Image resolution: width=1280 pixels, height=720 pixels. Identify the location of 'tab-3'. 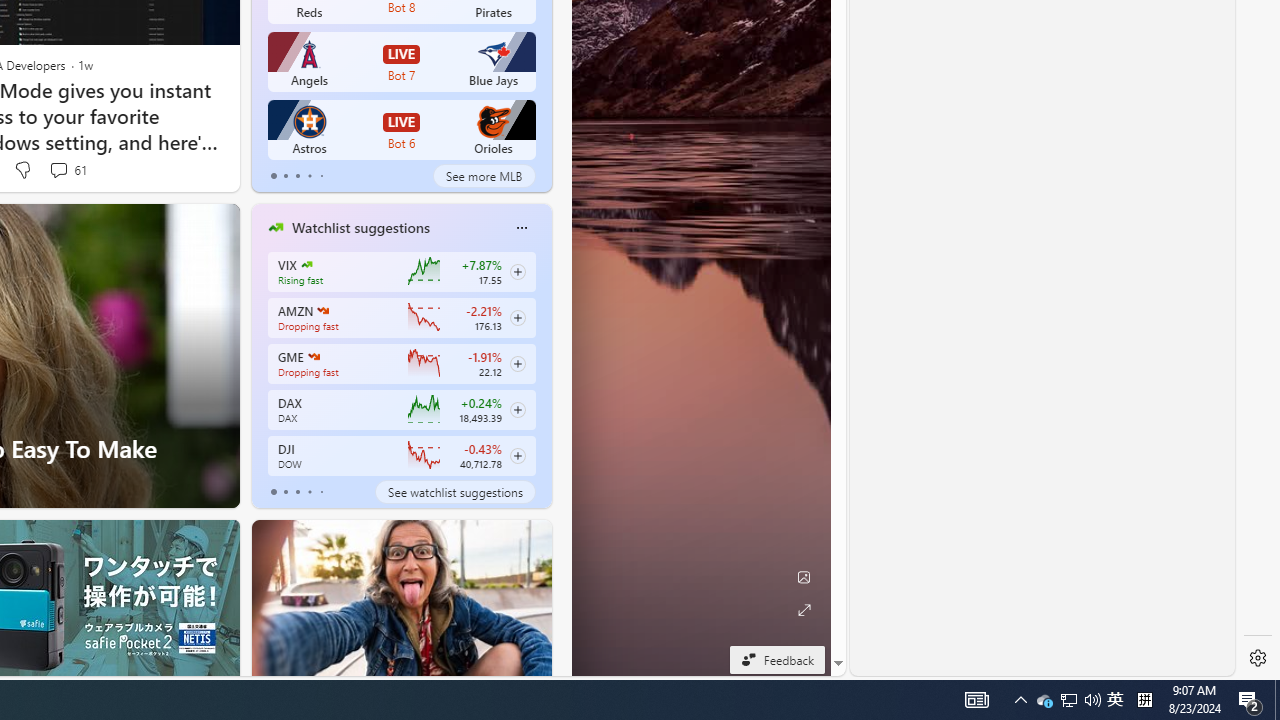
(308, 492).